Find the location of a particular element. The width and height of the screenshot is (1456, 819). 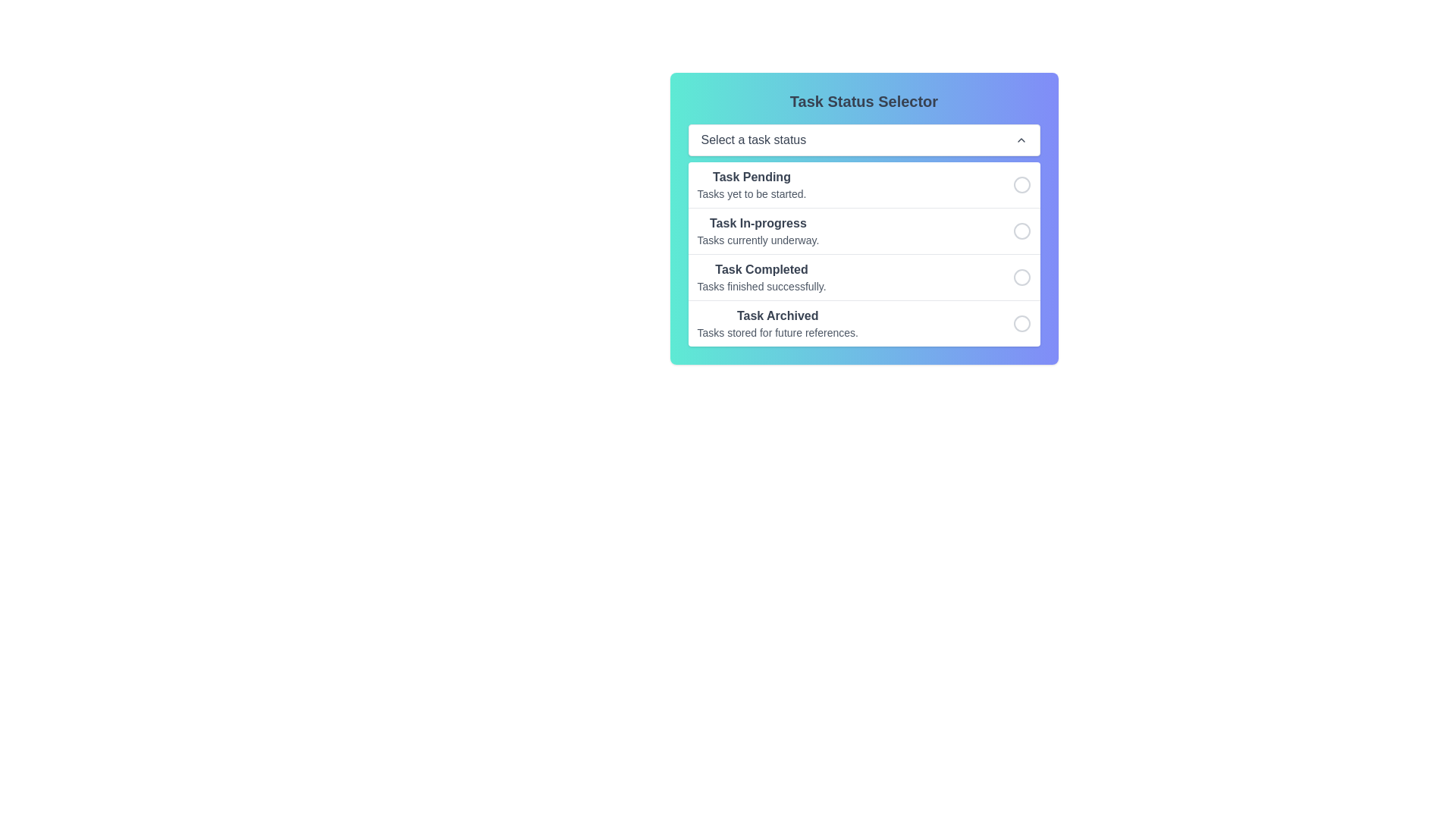

the selectable list item titled 'Task In-progress' is located at coordinates (864, 218).